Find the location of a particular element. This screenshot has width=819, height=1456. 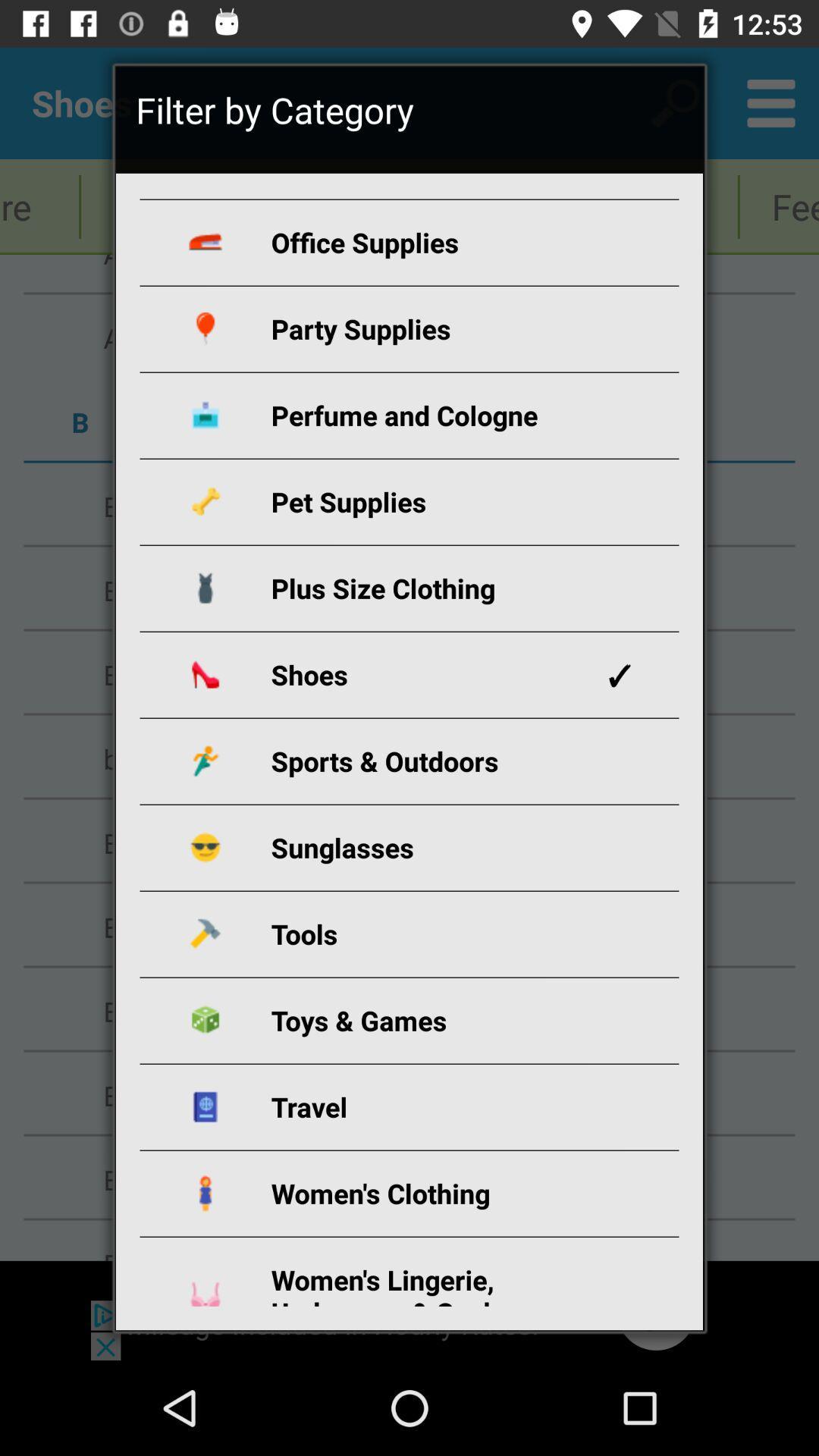

the icon below sports & outdoors icon is located at coordinates (427, 846).